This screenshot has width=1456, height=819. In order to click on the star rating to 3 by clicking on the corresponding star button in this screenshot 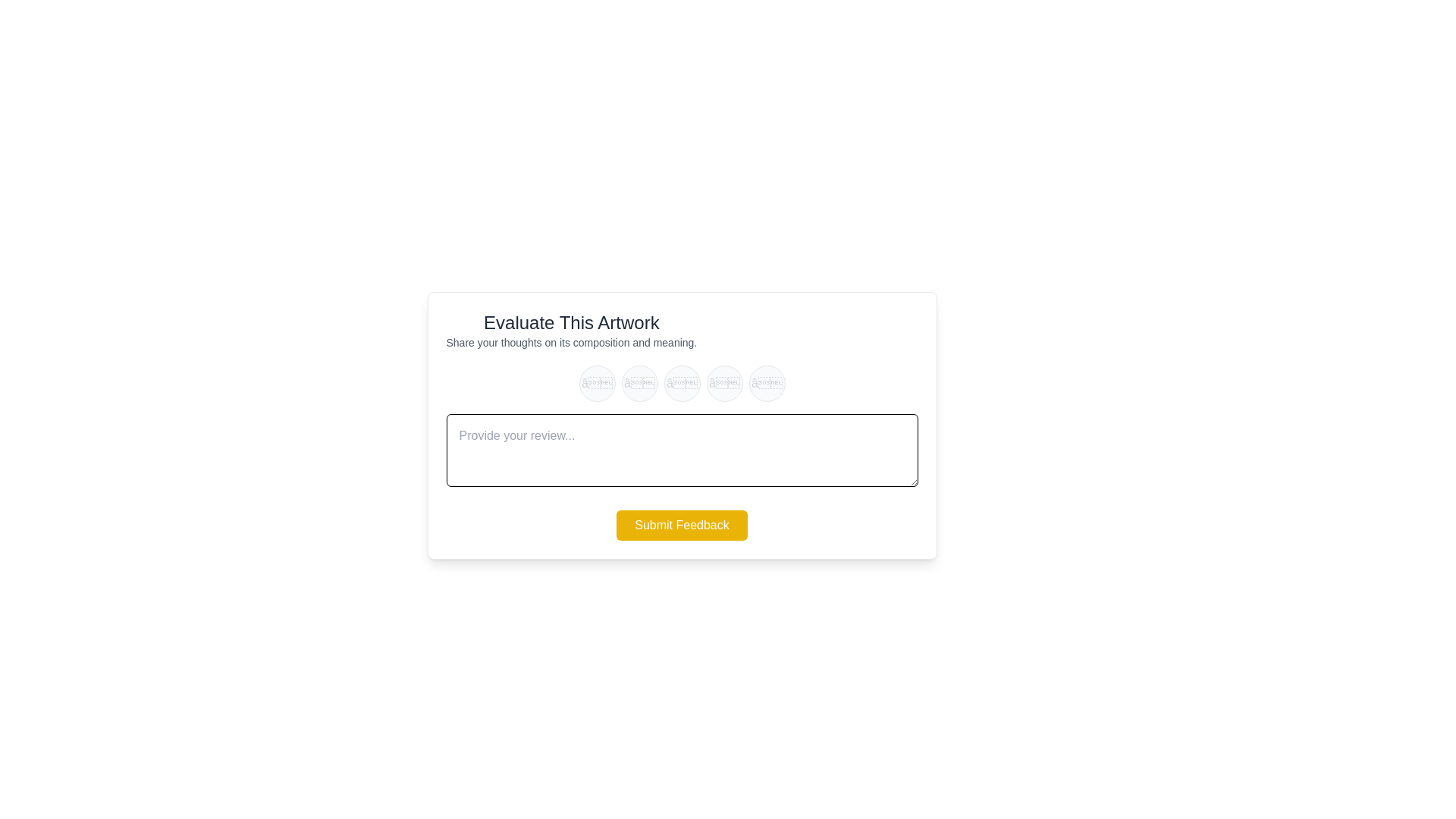, I will do `click(681, 382)`.